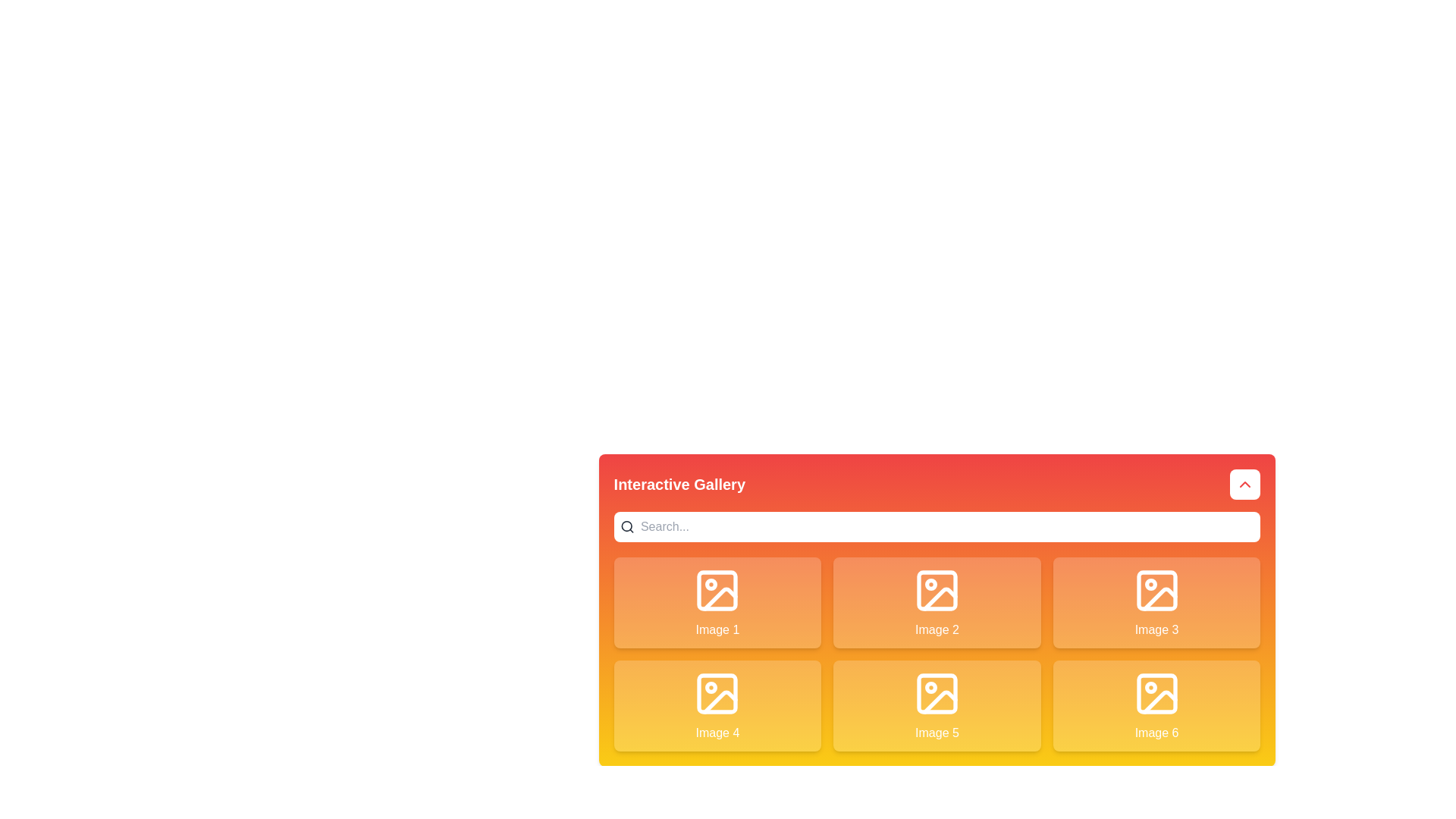 This screenshot has width=1456, height=819. I want to click on the icon resembling an image placeholder under the label 'Image 5' in the center-bottom rectangular group of the gallery layout, so click(936, 693).